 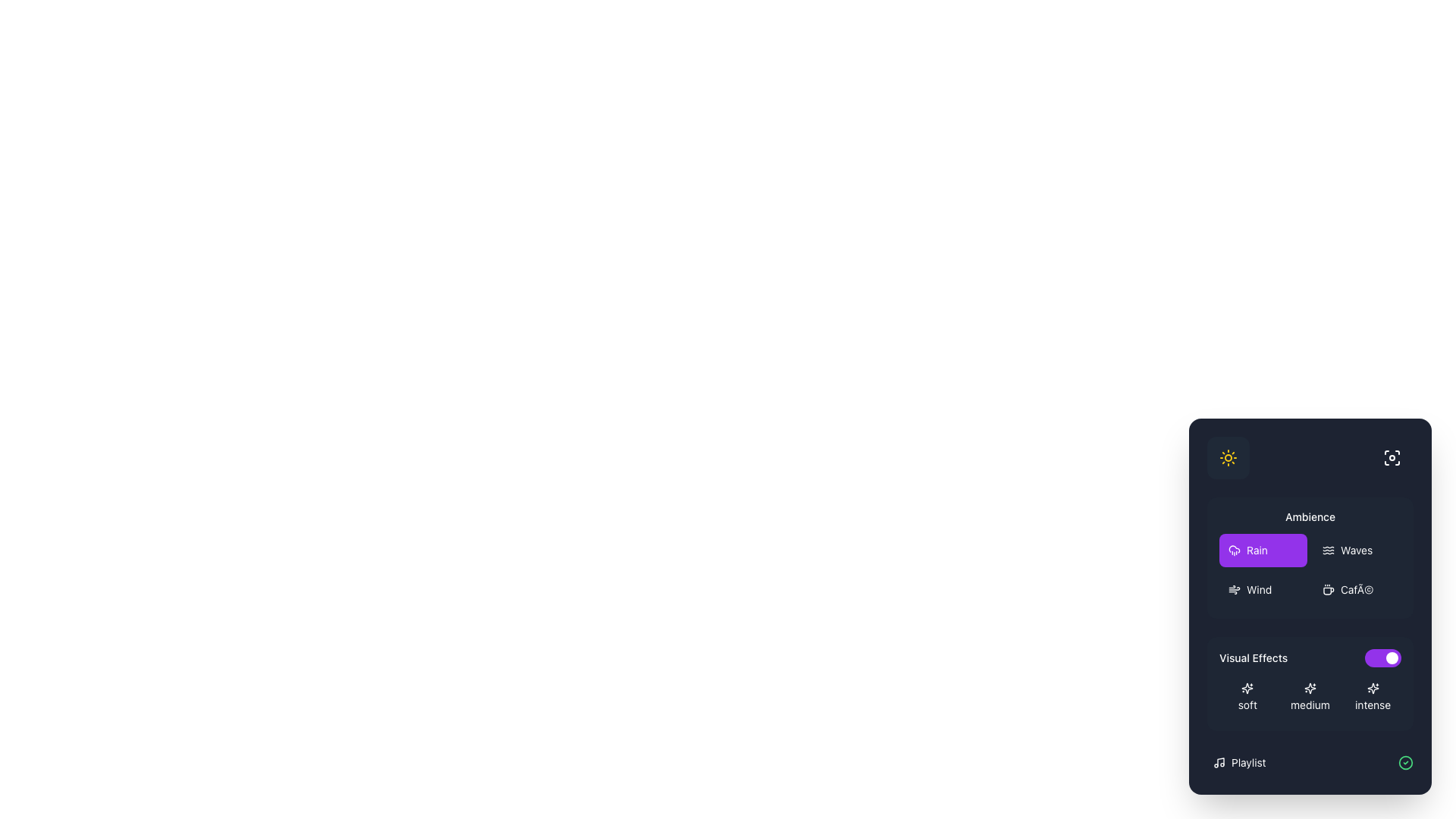 What do you see at coordinates (1310, 688) in the screenshot?
I see `the 'medium' intensity selectable option icon located in the middle of a group of three visual options under the 'Visual Effects' section` at bounding box center [1310, 688].